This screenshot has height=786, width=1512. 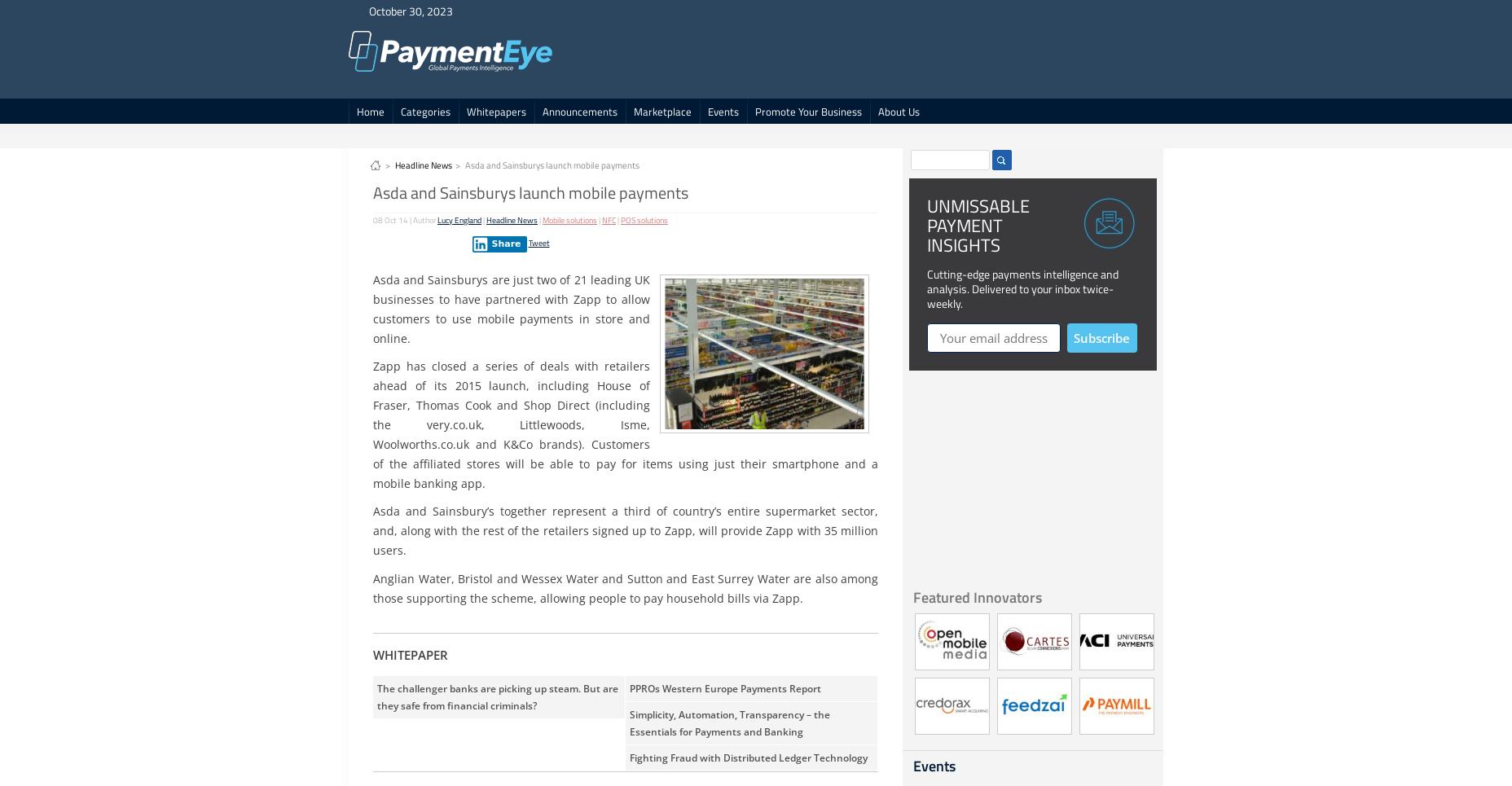 I want to click on 'Announcements', so click(x=578, y=112).